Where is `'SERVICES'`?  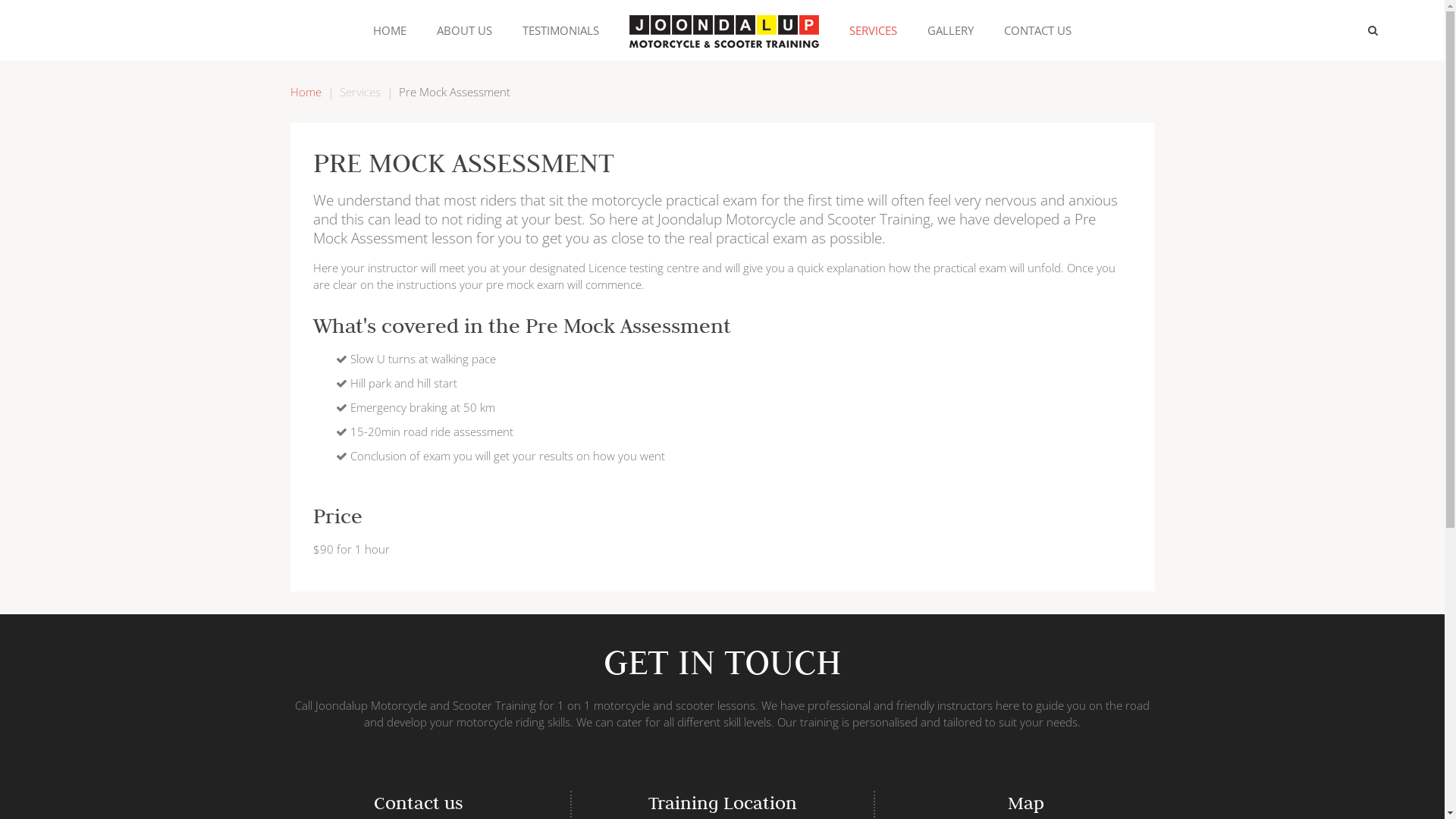 'SERVICES' is located at coordinates (833, 30).